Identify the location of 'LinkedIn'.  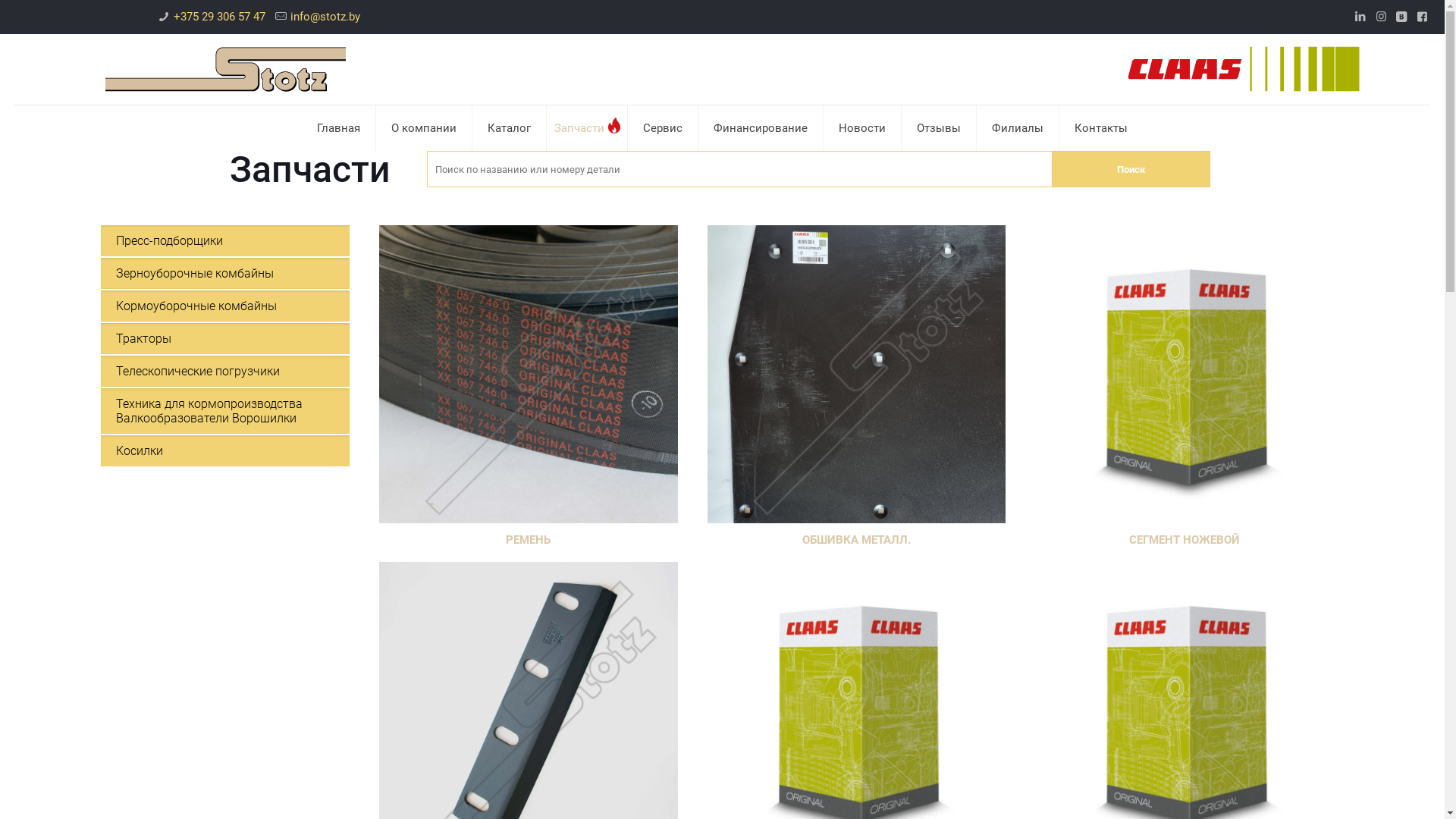
(690, 792).